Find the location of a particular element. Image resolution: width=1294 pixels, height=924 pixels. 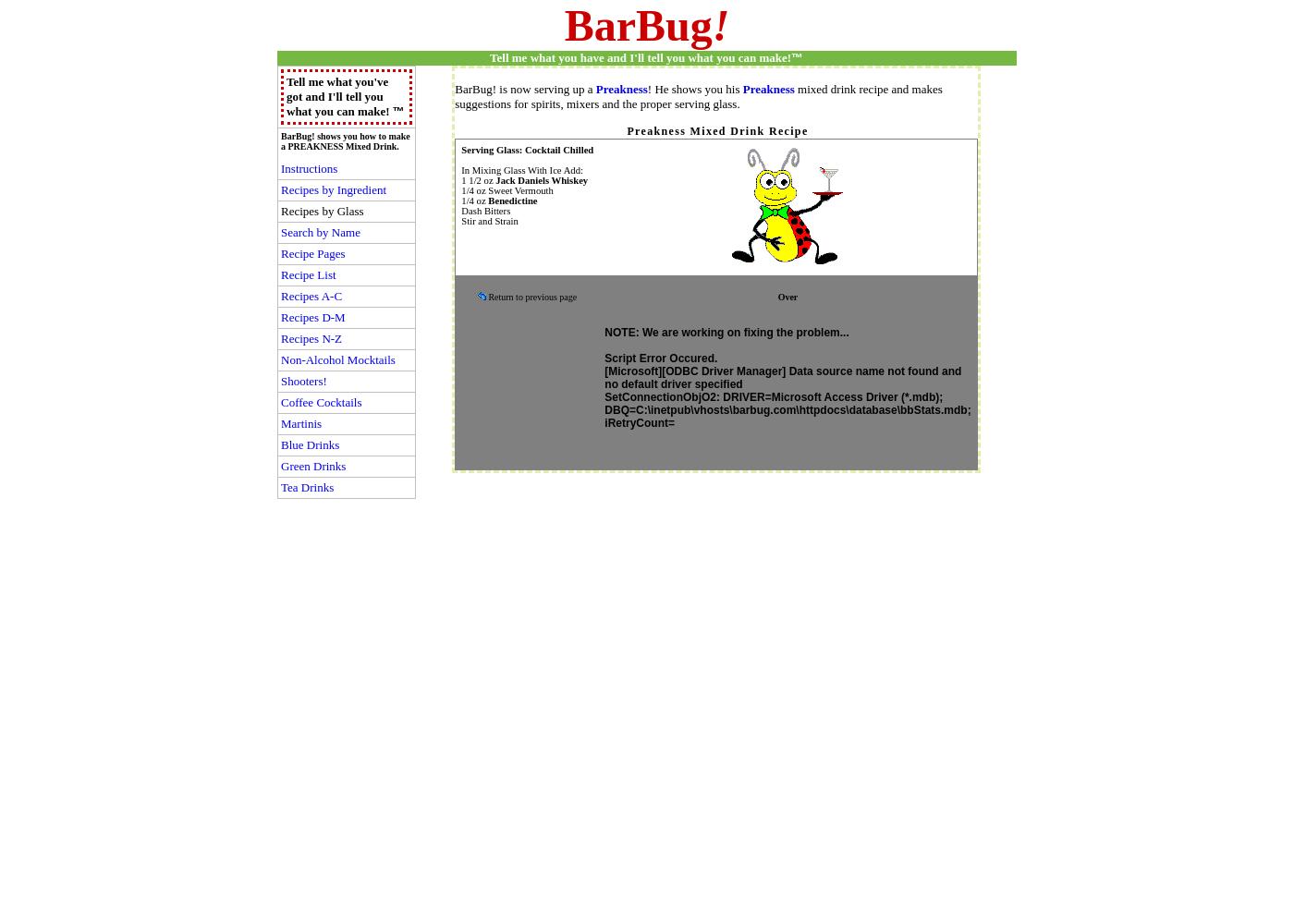

'Shooters!' is located at coordinates (303, 381).